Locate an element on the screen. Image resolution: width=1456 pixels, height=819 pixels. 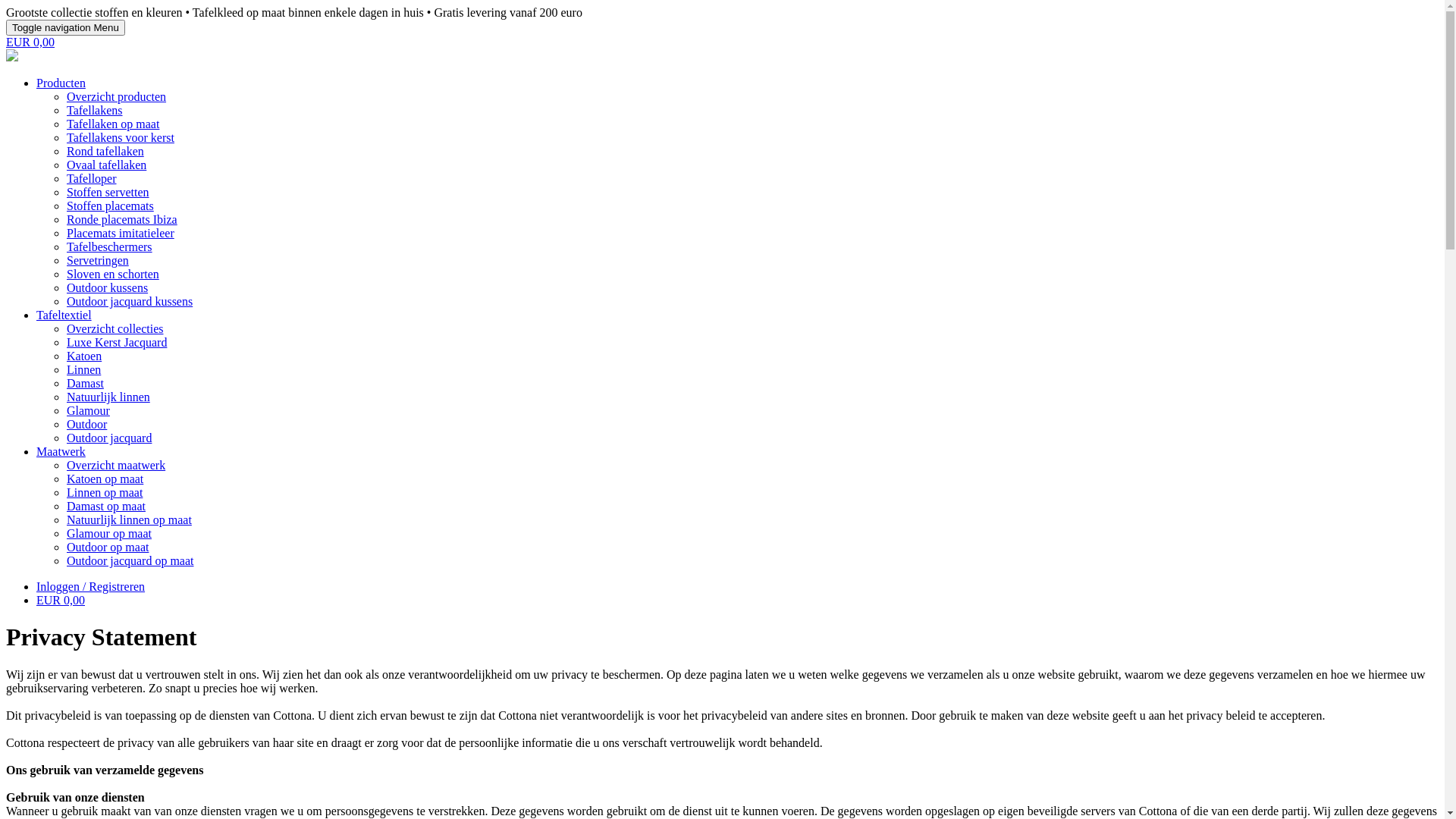
'Overzicht producten' is located at coordinates (115, 96).